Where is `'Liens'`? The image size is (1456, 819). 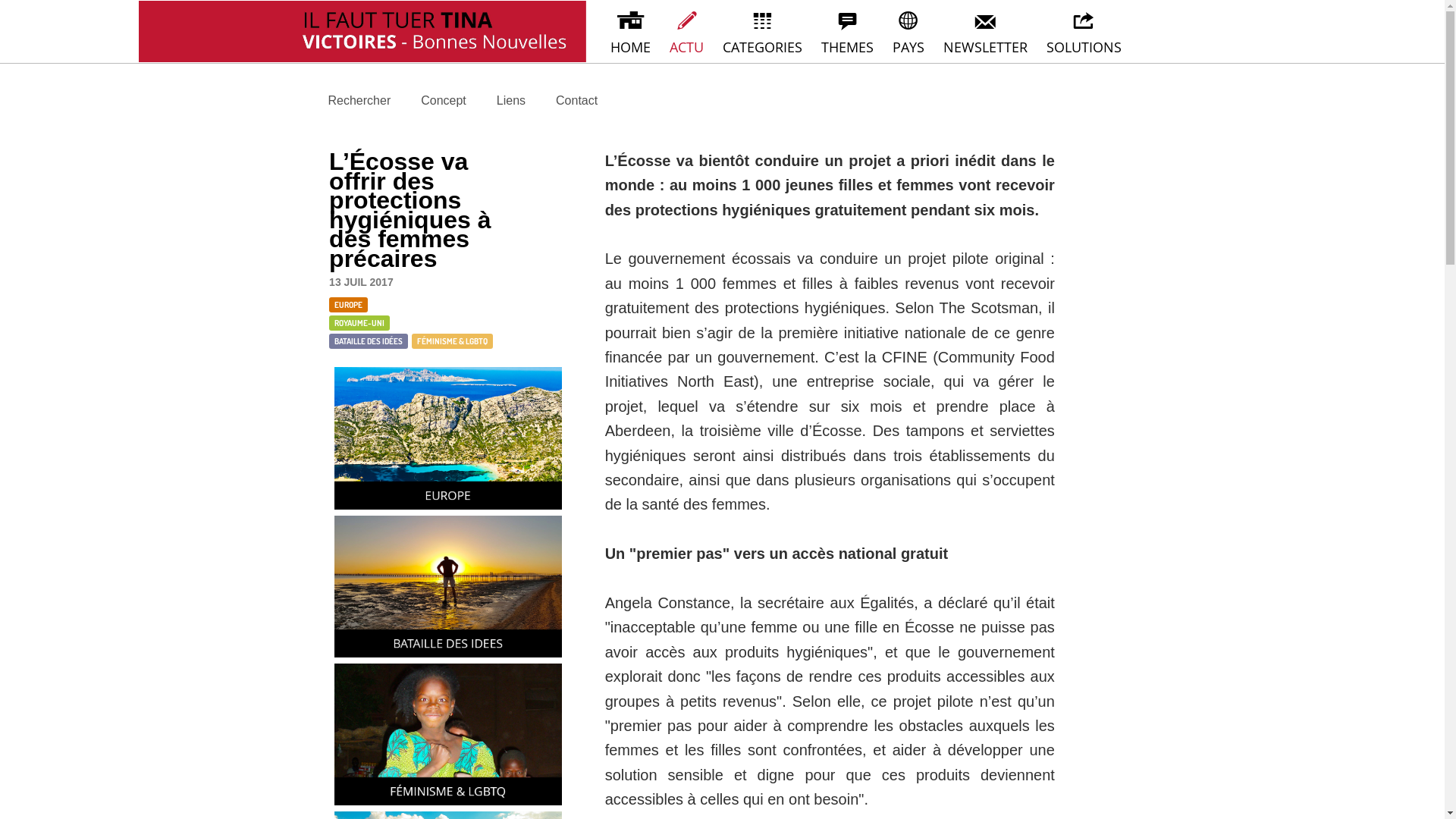
'Liens' is located at coordinates (495, 100).